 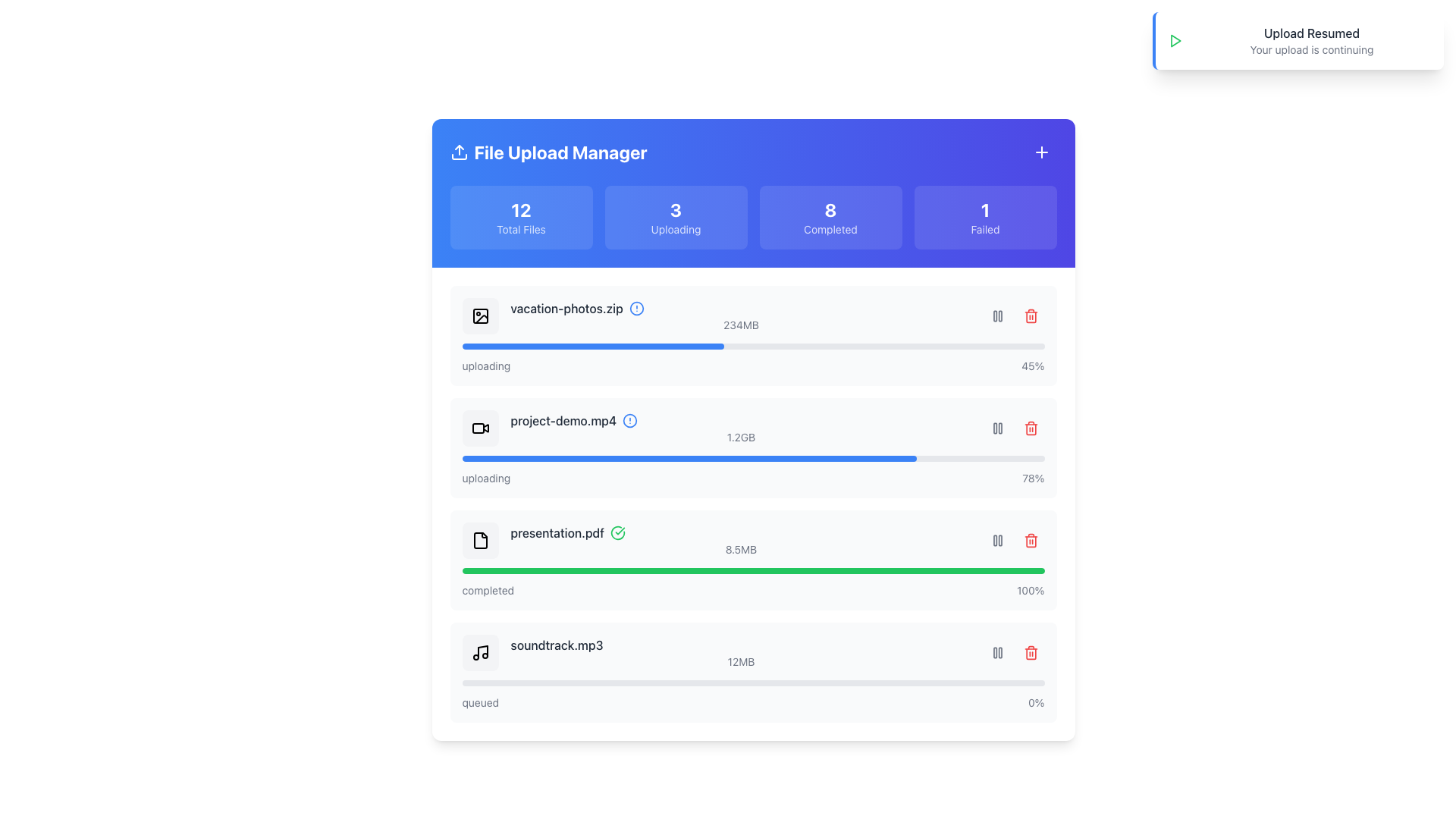 What do you see at coordinates (618, 532) in the screenshot?
I see `the status indicator icon located in the third row of the file list, next to the file name 'presentation.pdf', to signify that the file upload process is complete` at bounding box center [618, 532].